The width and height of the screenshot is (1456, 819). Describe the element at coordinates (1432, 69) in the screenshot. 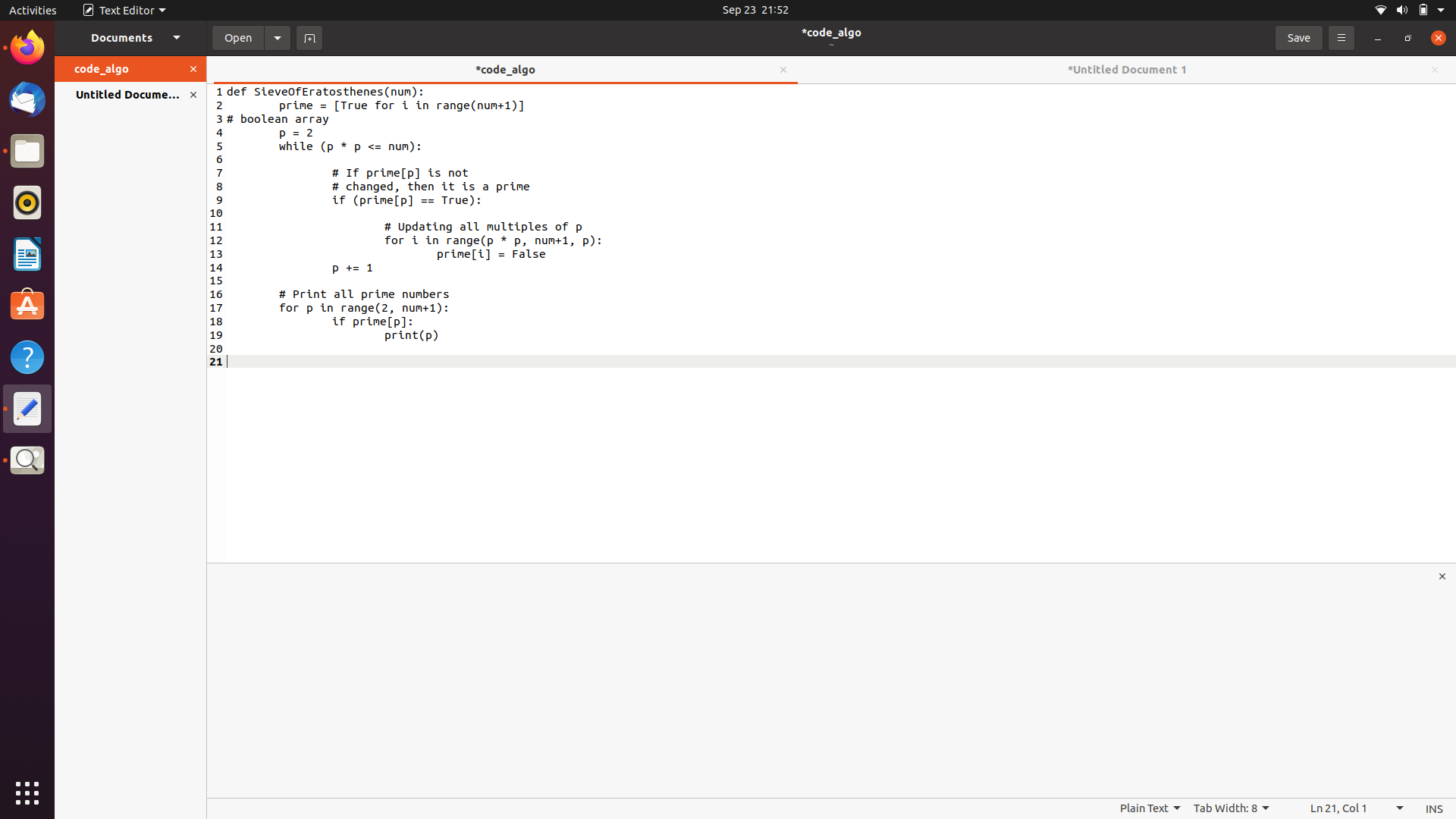

I see `Close the untitled document tab using the tab bar` at that location.